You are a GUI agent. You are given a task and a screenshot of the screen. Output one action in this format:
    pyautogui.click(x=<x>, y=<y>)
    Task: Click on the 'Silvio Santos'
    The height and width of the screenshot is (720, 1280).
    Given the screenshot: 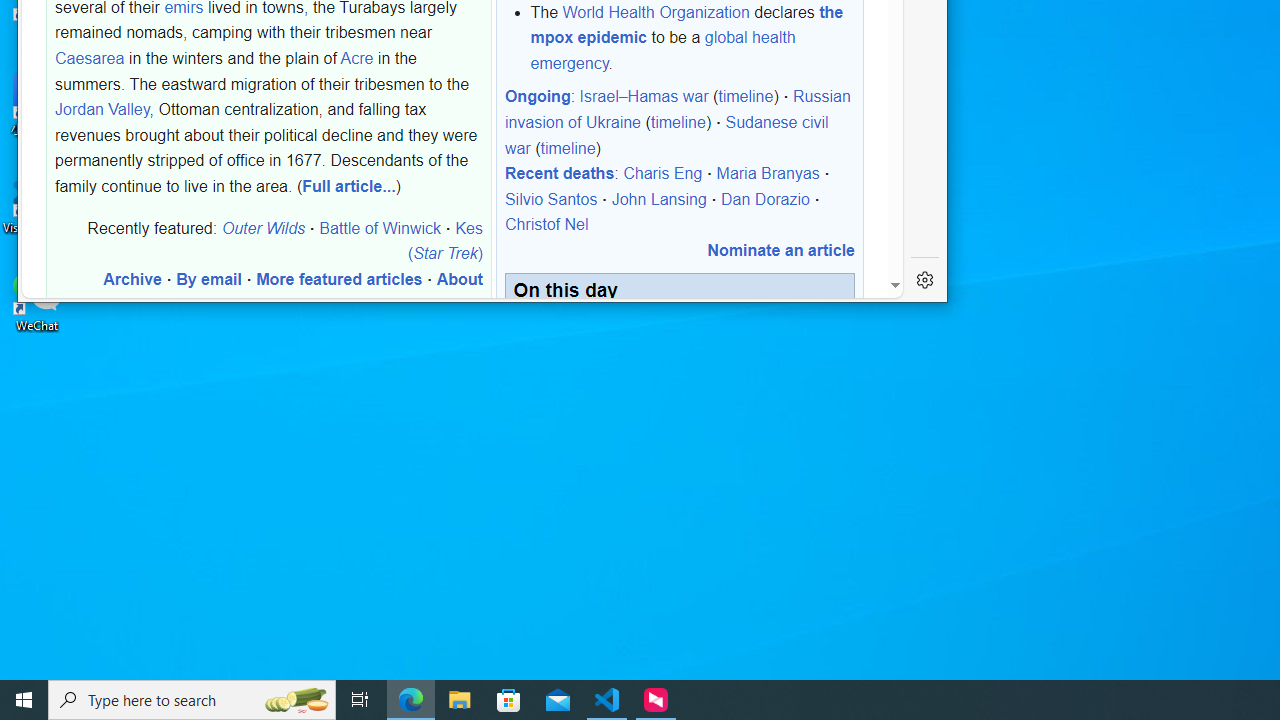 What is the action you would take?
    pyautogui.click(x=551, y=199)
    